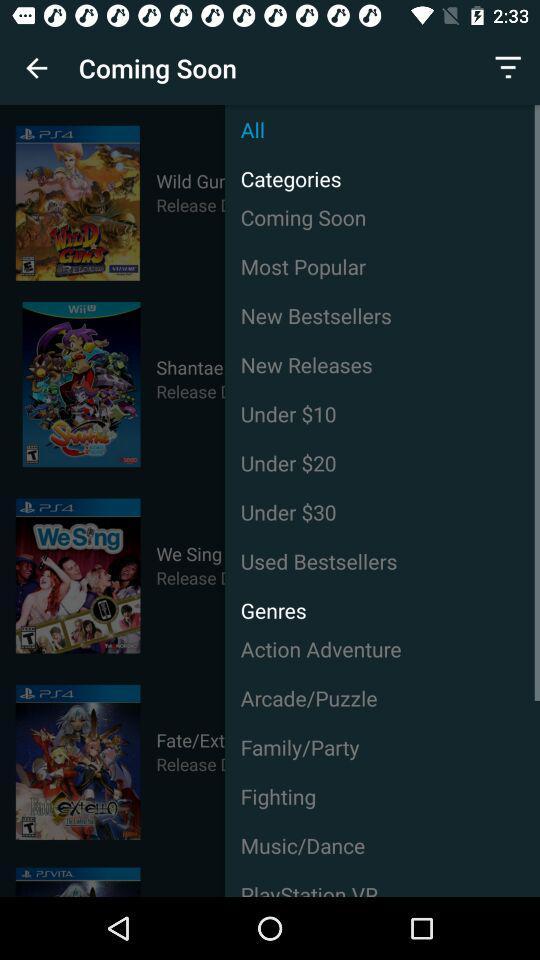 The width and height of the screenshot is (540, 960). Describe the element at coordinates (382, 746) in the screenshot. I see `the family/party icon` at that location.